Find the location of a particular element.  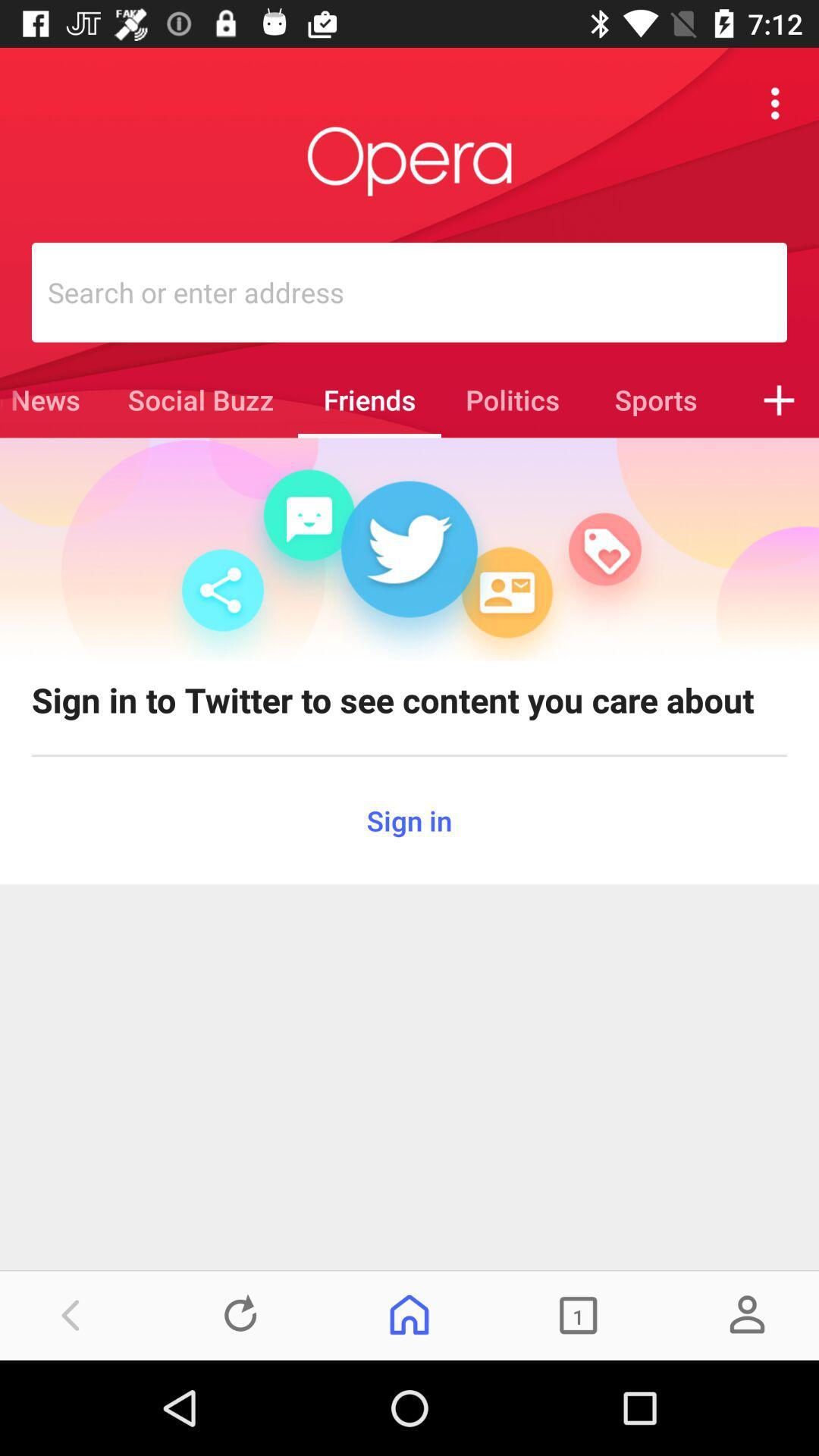

the add icon is located at coordinates (779, 400).